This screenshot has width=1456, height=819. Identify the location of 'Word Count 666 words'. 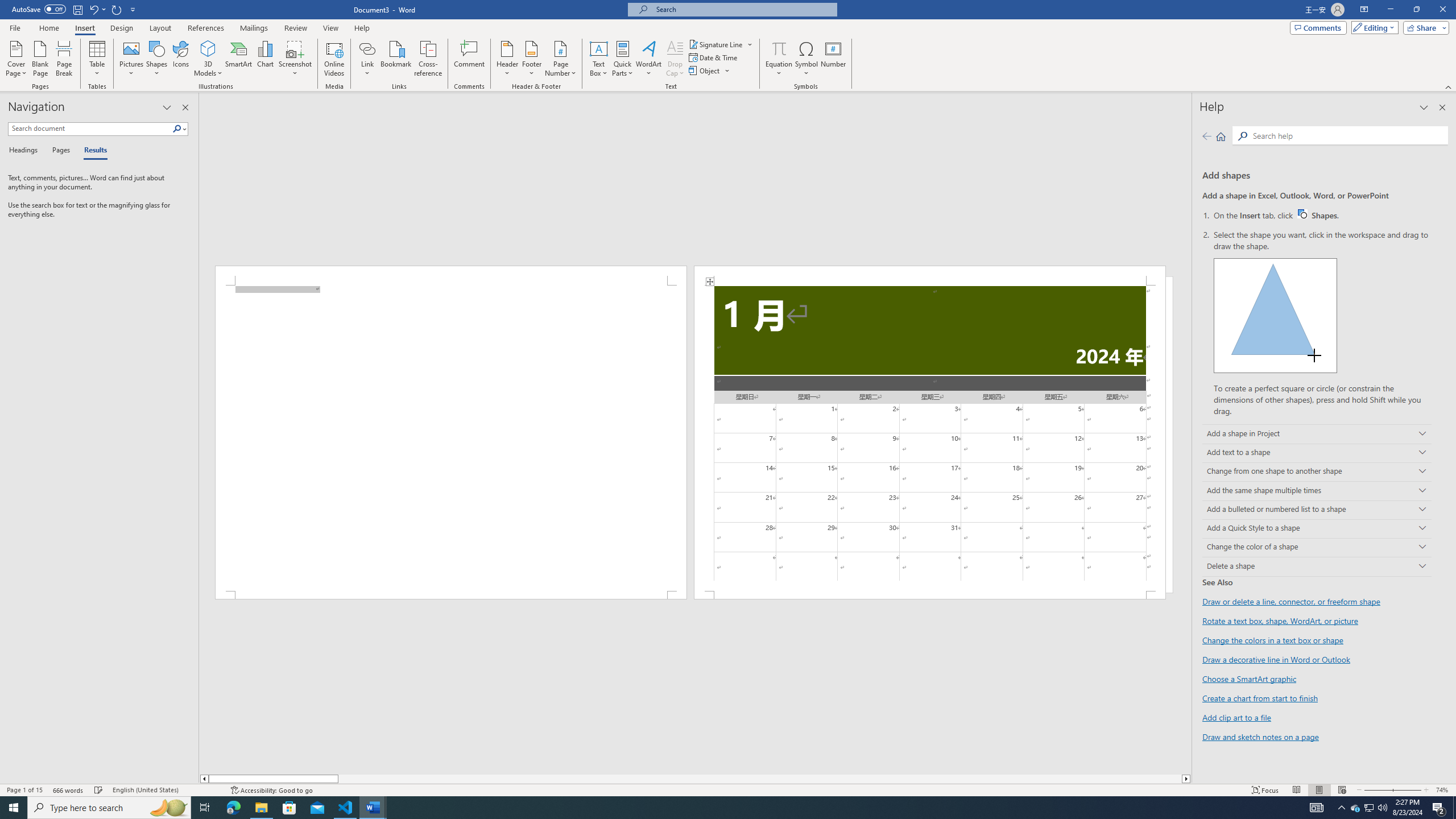
(69, 790).